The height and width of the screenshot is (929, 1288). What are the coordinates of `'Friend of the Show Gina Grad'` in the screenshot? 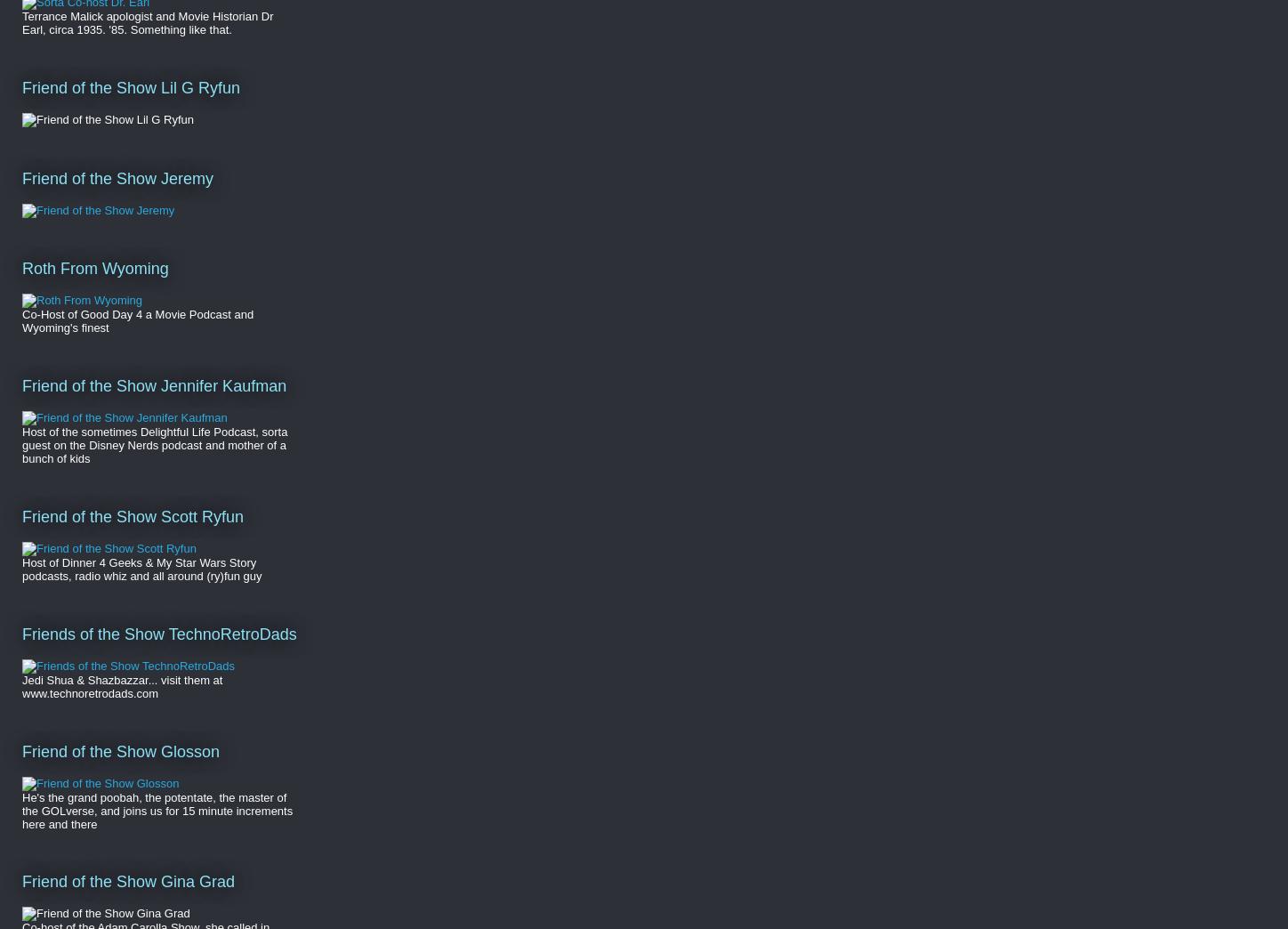 It's located at (127, 881).